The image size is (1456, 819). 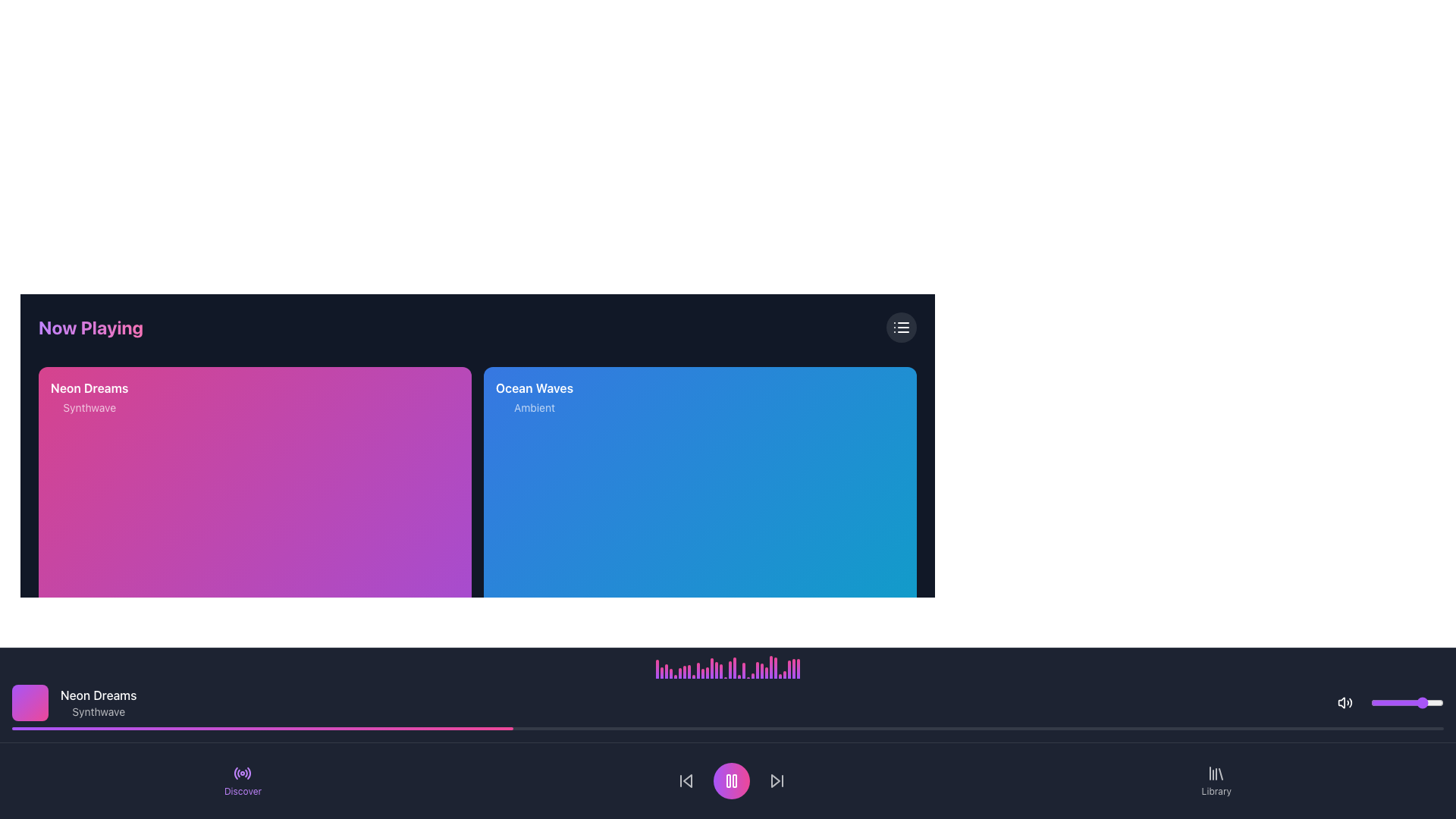 What do you see at coordinates (535, 406) in the screenshot?
I see `the static text label 'Ambient', which is styled in a smaller font size and subdued white color, located in the blue panel below the 'Ocean Waves' heading` at bounding box center [535, 406].